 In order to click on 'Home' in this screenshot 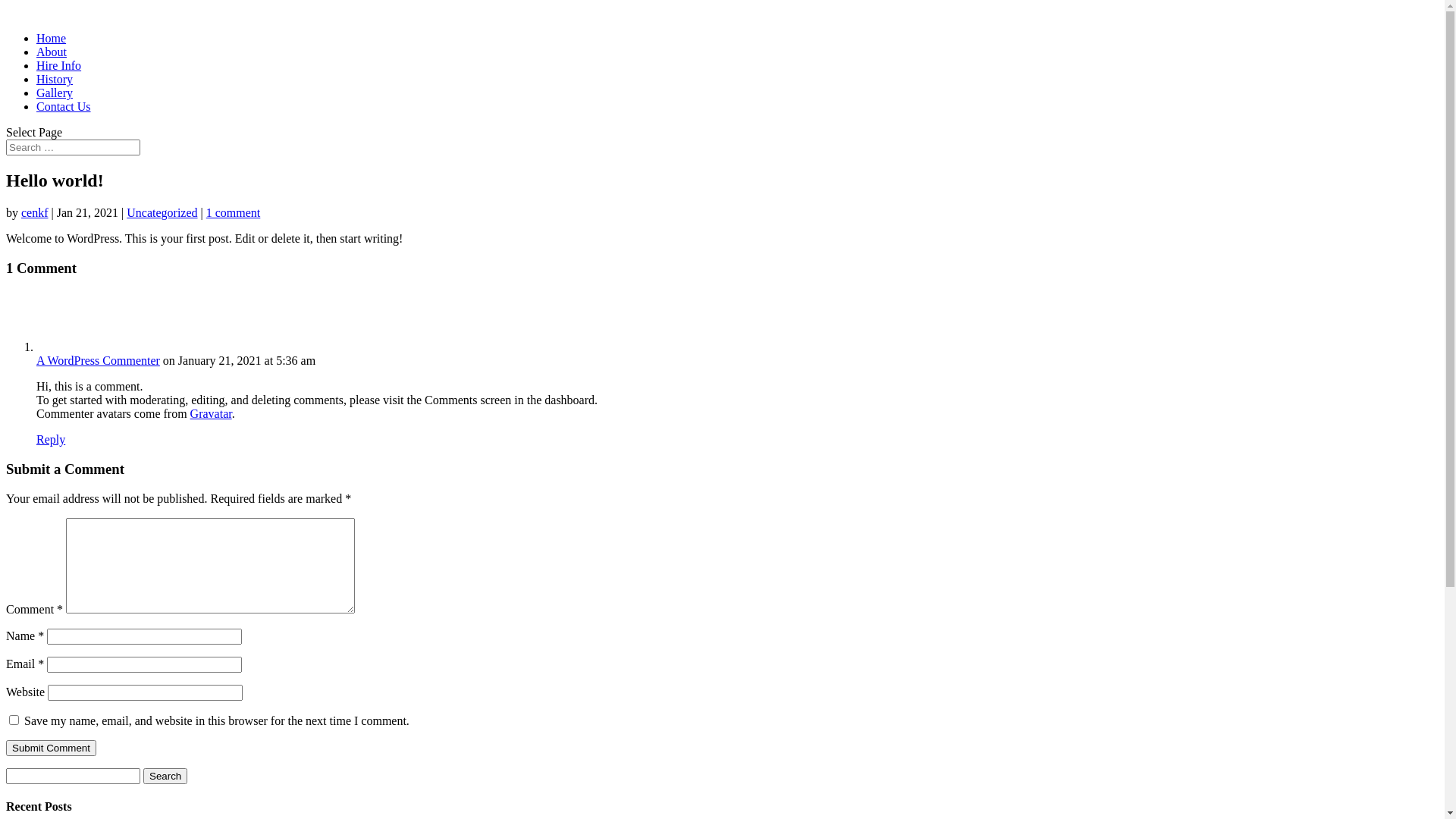, I will do `click(51, 37)`.